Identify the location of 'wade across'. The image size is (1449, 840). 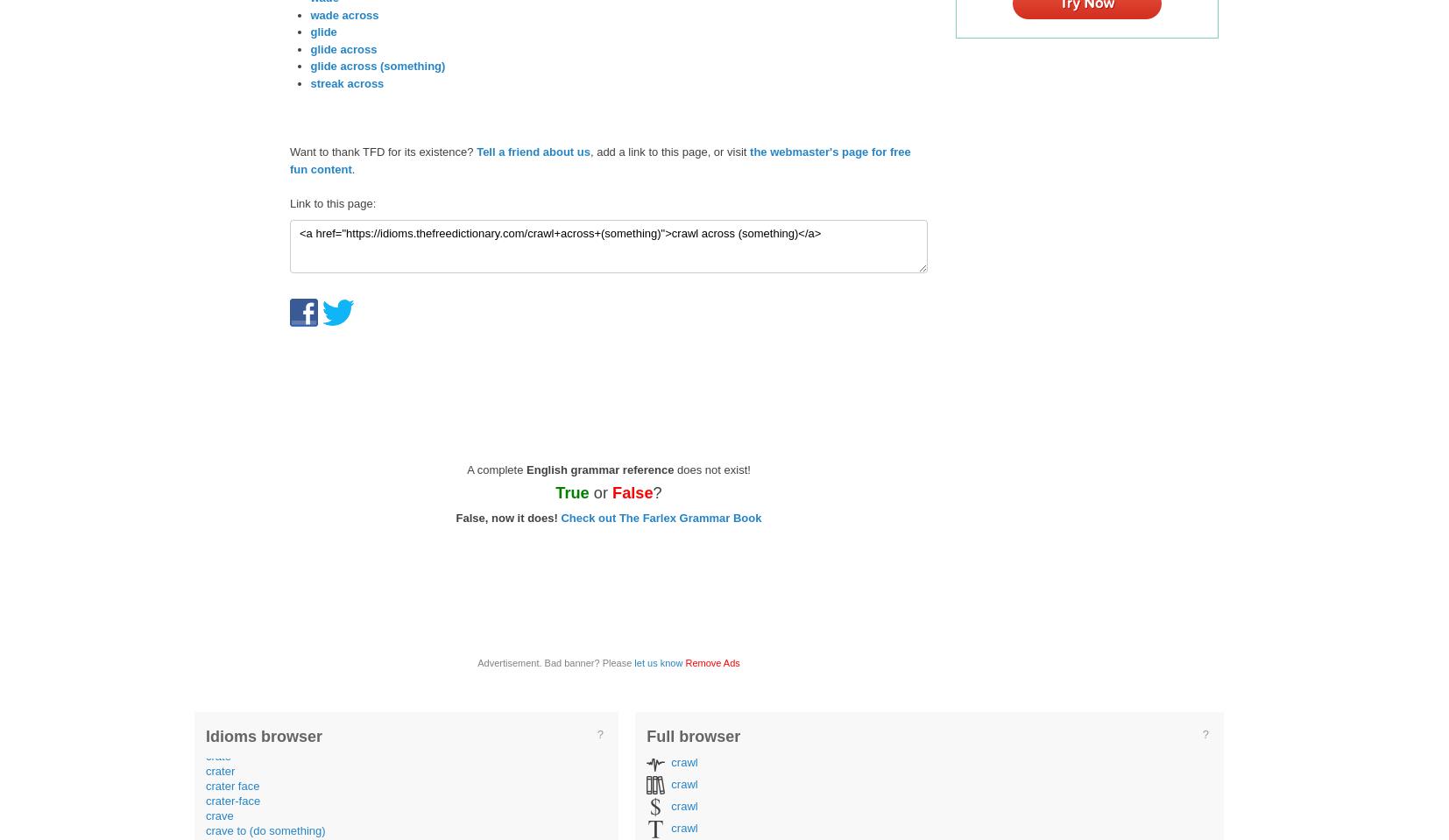
(343, 13).